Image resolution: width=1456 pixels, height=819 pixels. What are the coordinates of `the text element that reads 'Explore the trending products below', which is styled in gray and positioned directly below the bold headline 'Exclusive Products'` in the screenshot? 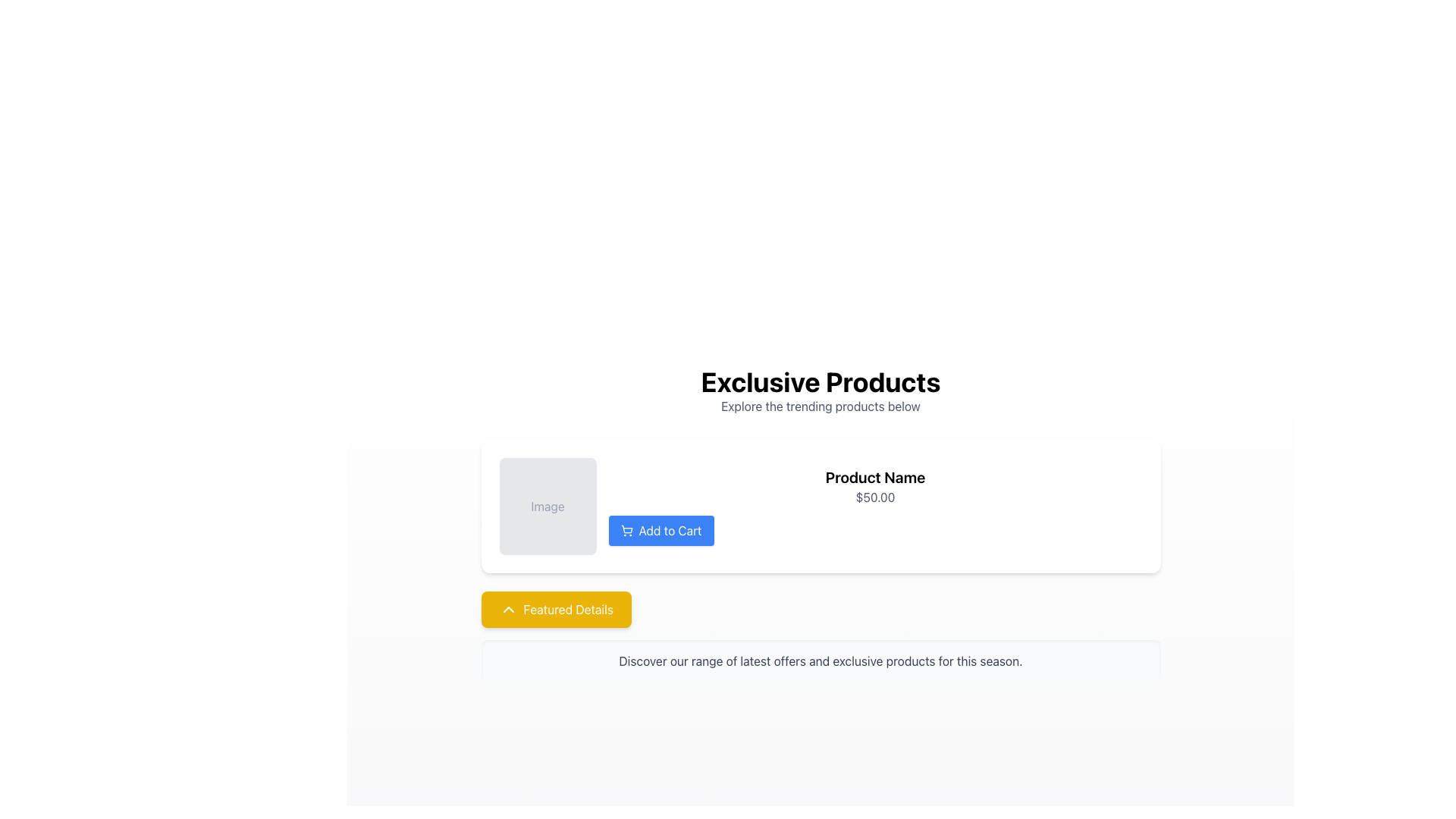 It's located at (820, 406).